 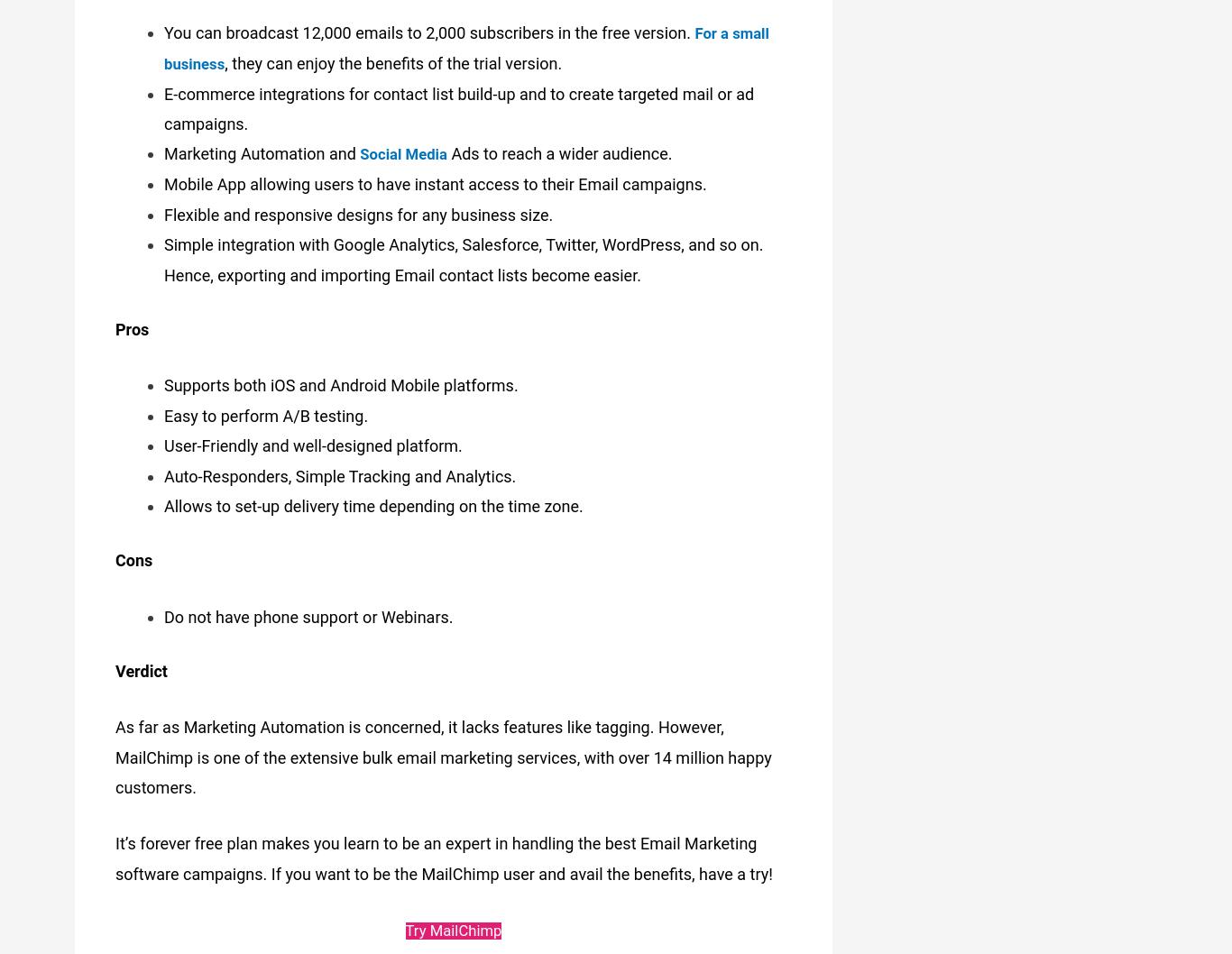 What do you see at coordinates (458, 102) in the screenshot?
I see `'E-commerce integrations for contact list build-up and to create targeted mail or ad campaigns.'` at bounding box center [458, 102].